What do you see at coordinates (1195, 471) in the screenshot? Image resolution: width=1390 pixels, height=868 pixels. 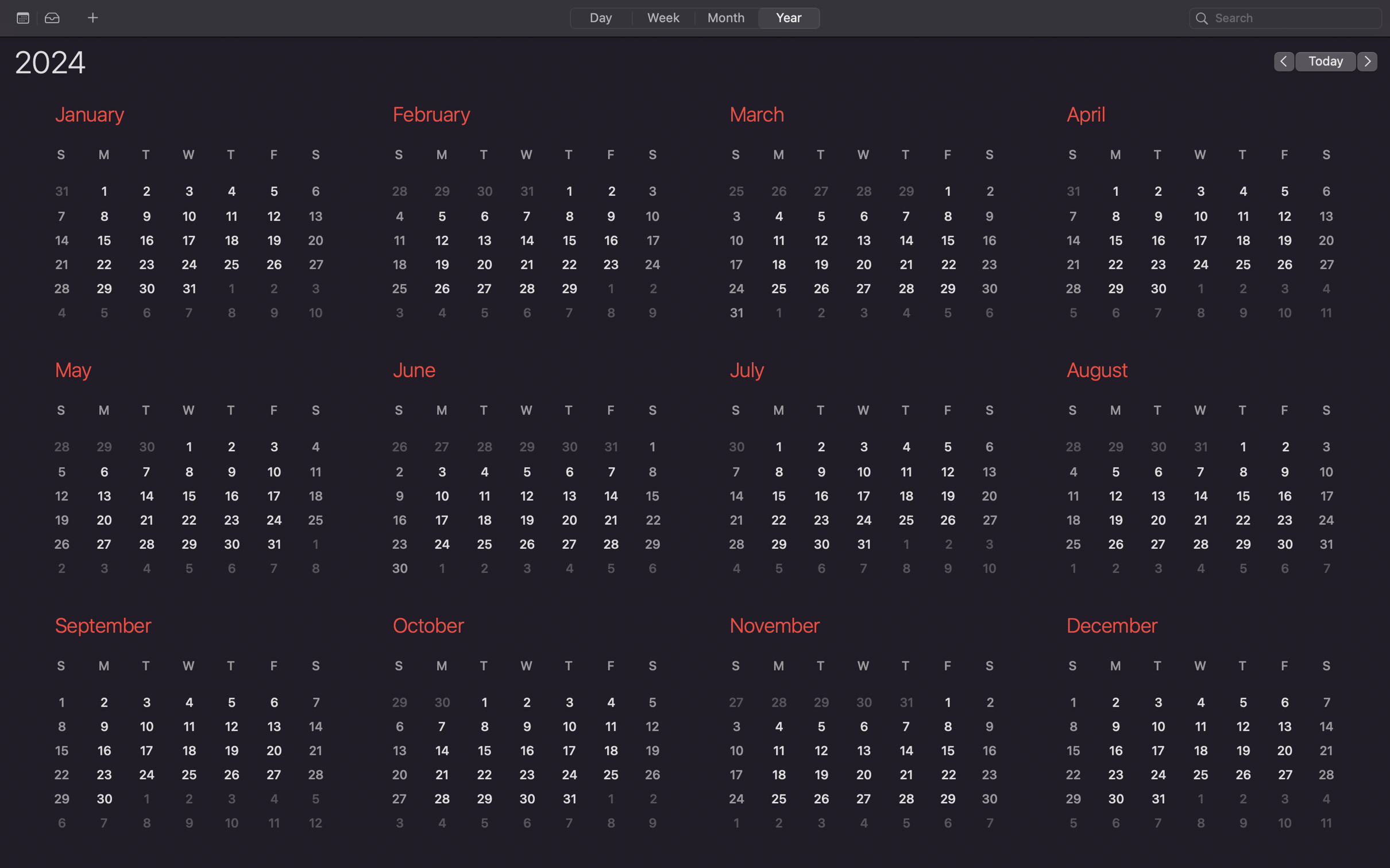 I see `the August month from the calendar` at bounding box center [1195, 471].